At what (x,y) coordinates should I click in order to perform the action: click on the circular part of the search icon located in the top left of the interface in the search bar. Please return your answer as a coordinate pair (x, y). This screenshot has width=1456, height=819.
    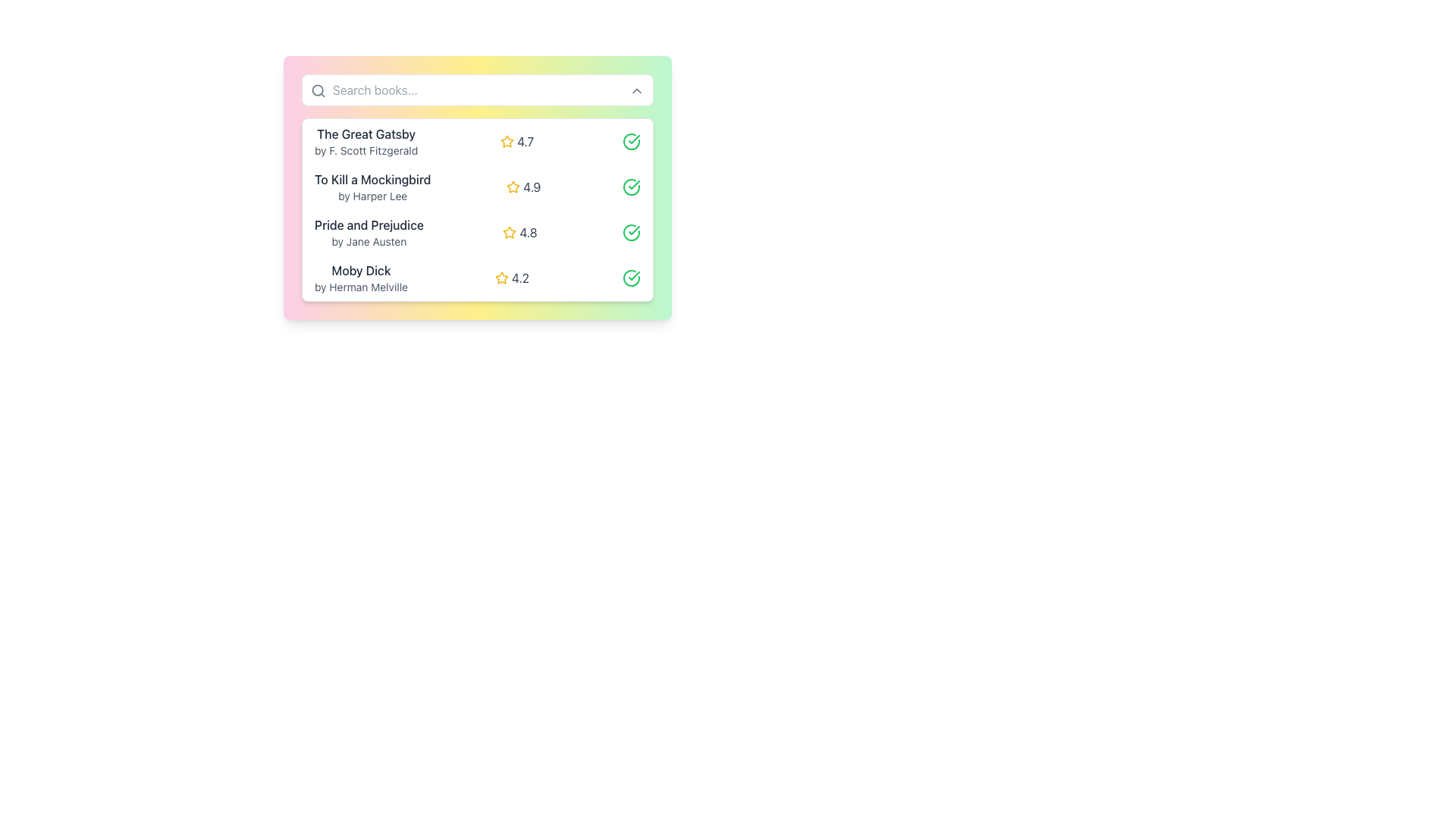
    Looking at the image, I should click on (317, 90).